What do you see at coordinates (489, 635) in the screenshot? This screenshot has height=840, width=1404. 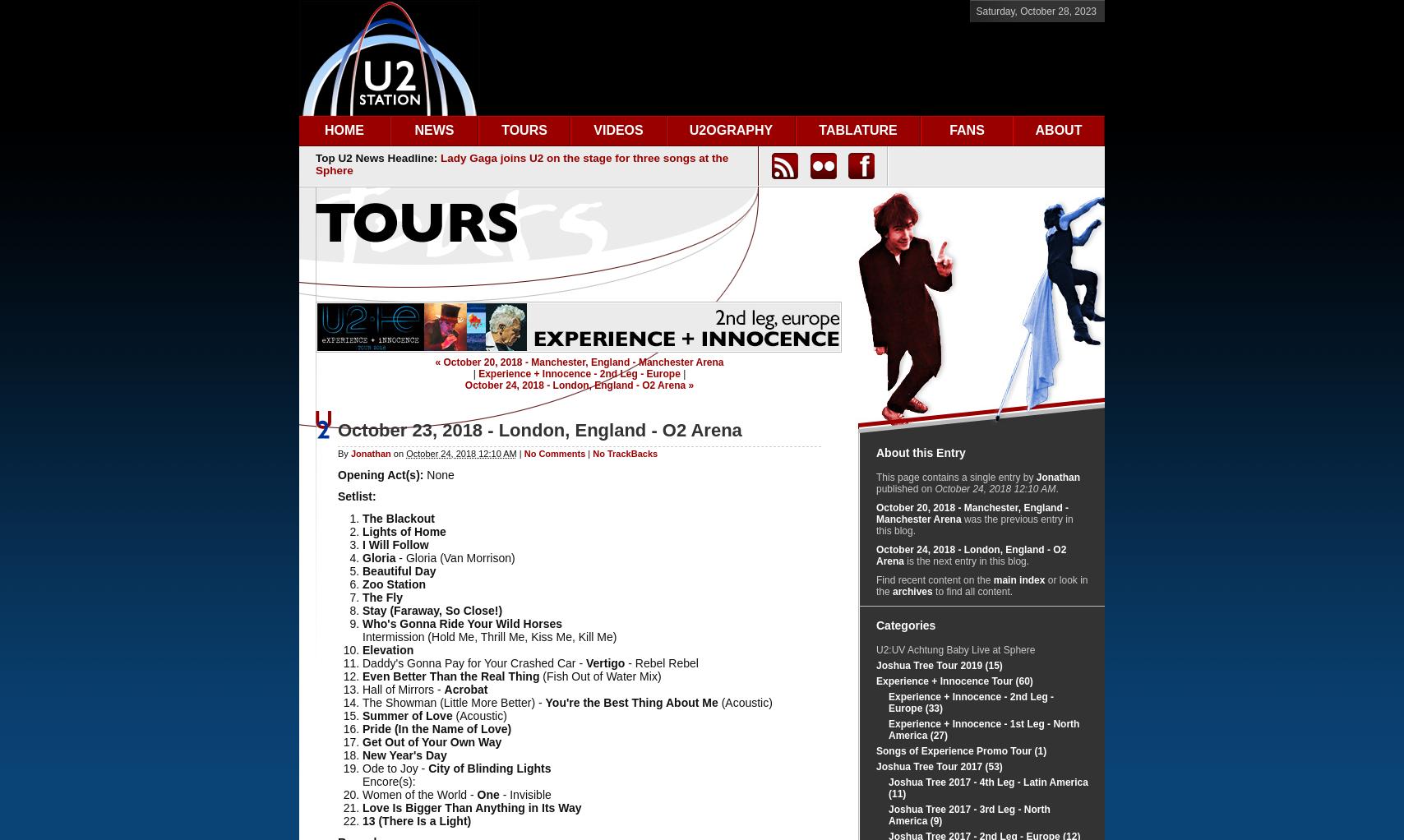 I see `'Intermission (Hold Me, Thrill Me, Kiss Me, Kill Me)'` at bounding box center [489, 635].